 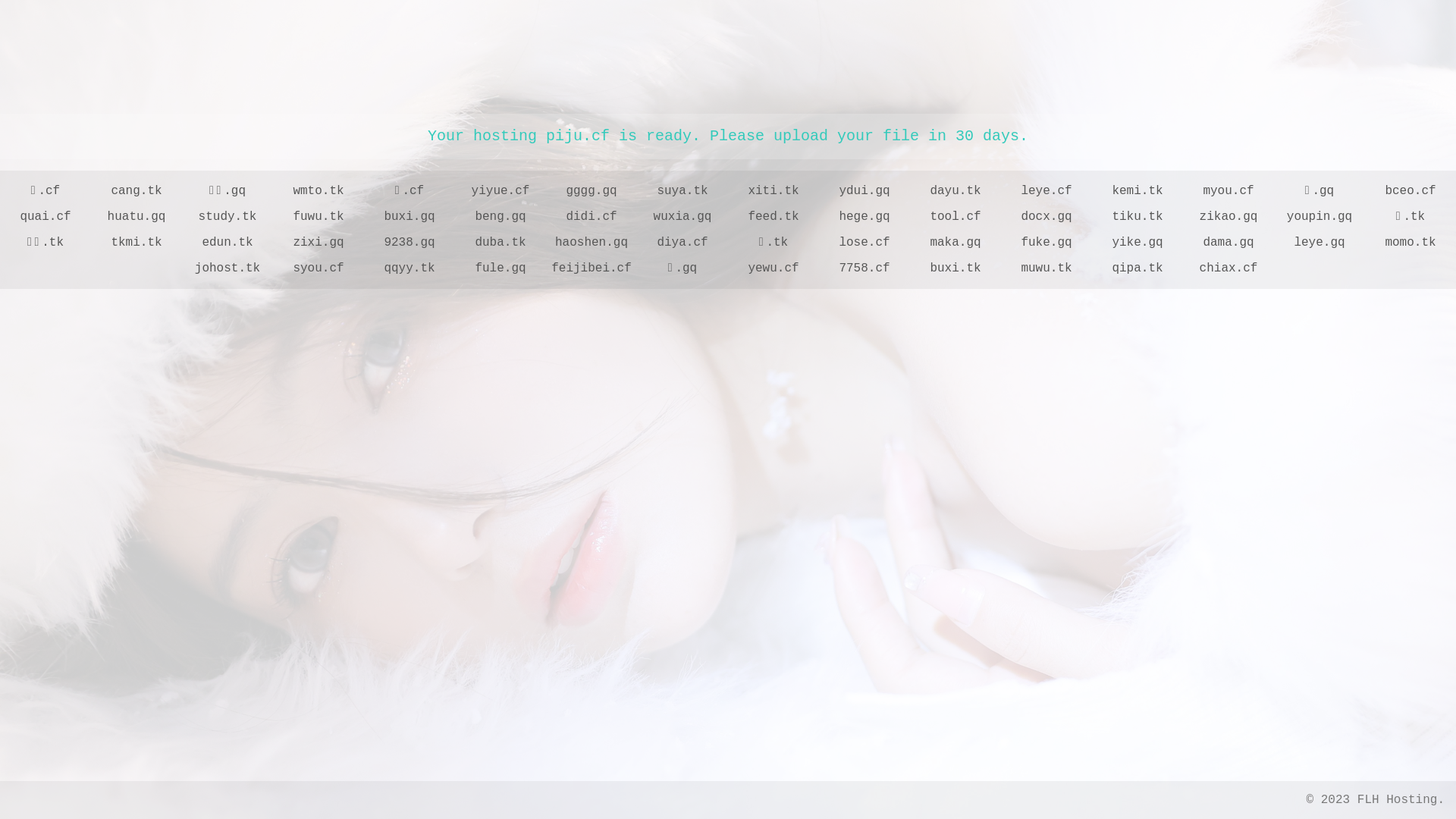 I want to click on 'xiti.tk', so click(x=728, y=190).